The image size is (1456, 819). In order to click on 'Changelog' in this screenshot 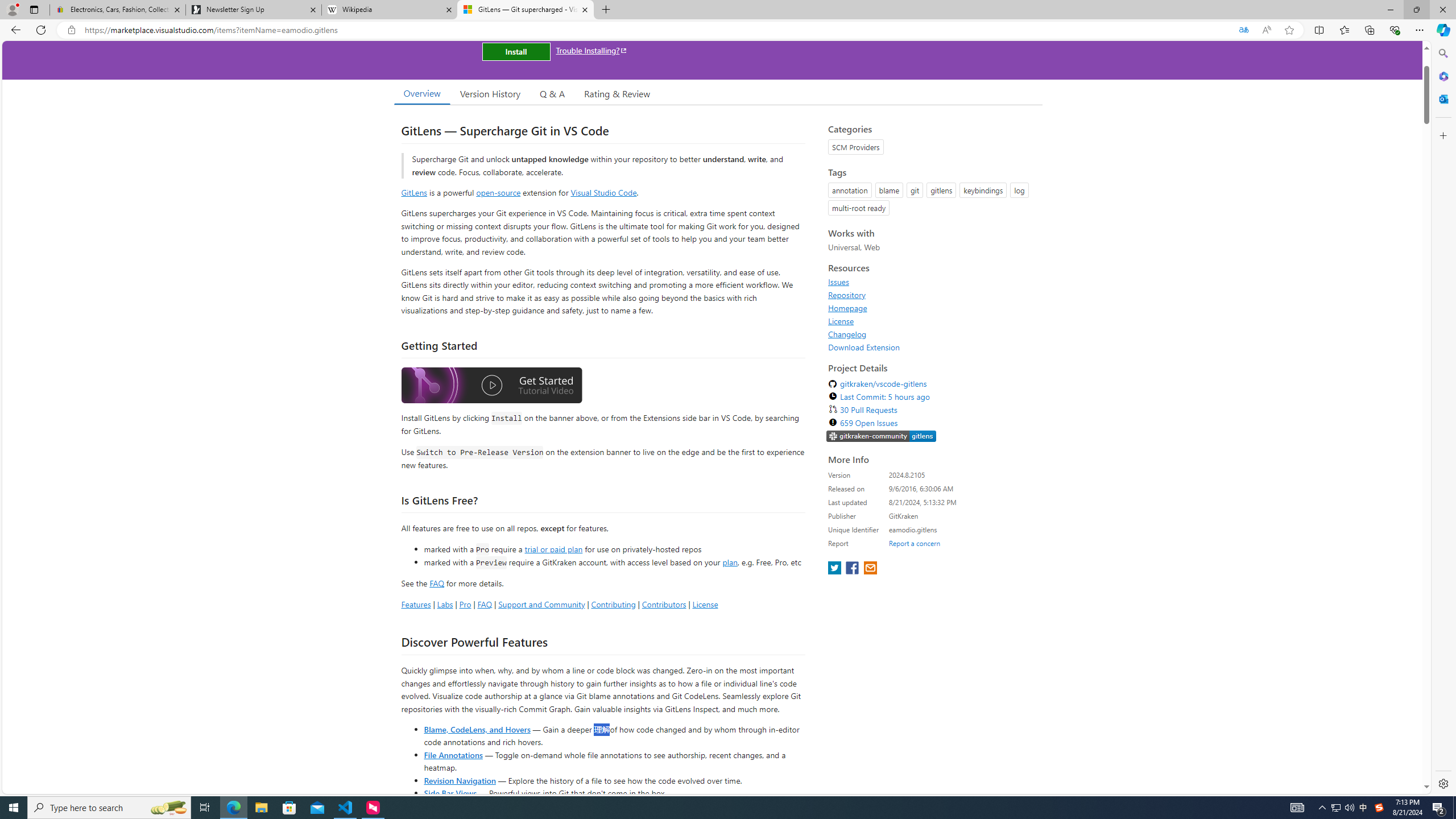, I will do `click(932, 333)`.